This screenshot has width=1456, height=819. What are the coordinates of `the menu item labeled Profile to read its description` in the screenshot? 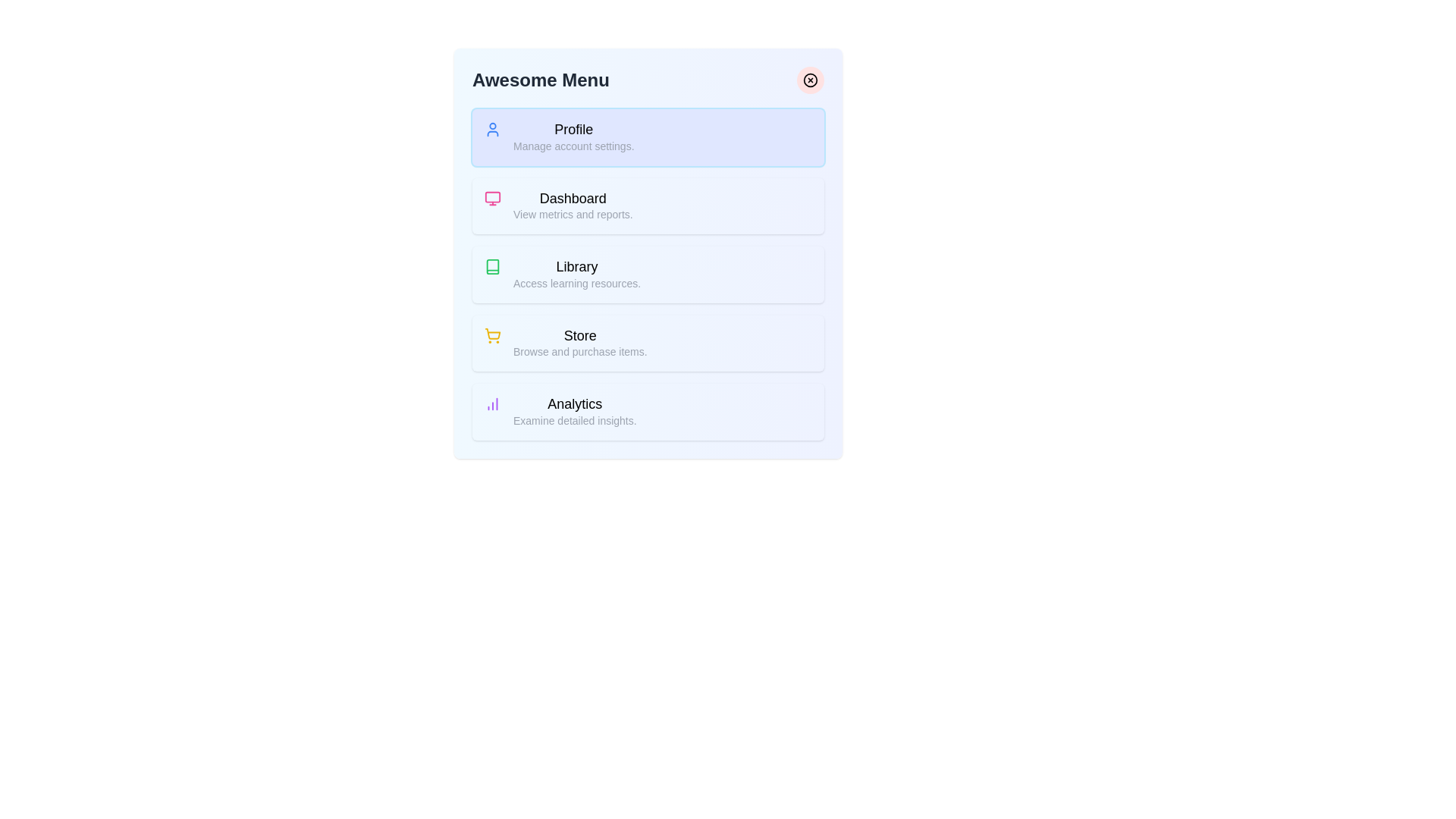 It's located at (567, 136).